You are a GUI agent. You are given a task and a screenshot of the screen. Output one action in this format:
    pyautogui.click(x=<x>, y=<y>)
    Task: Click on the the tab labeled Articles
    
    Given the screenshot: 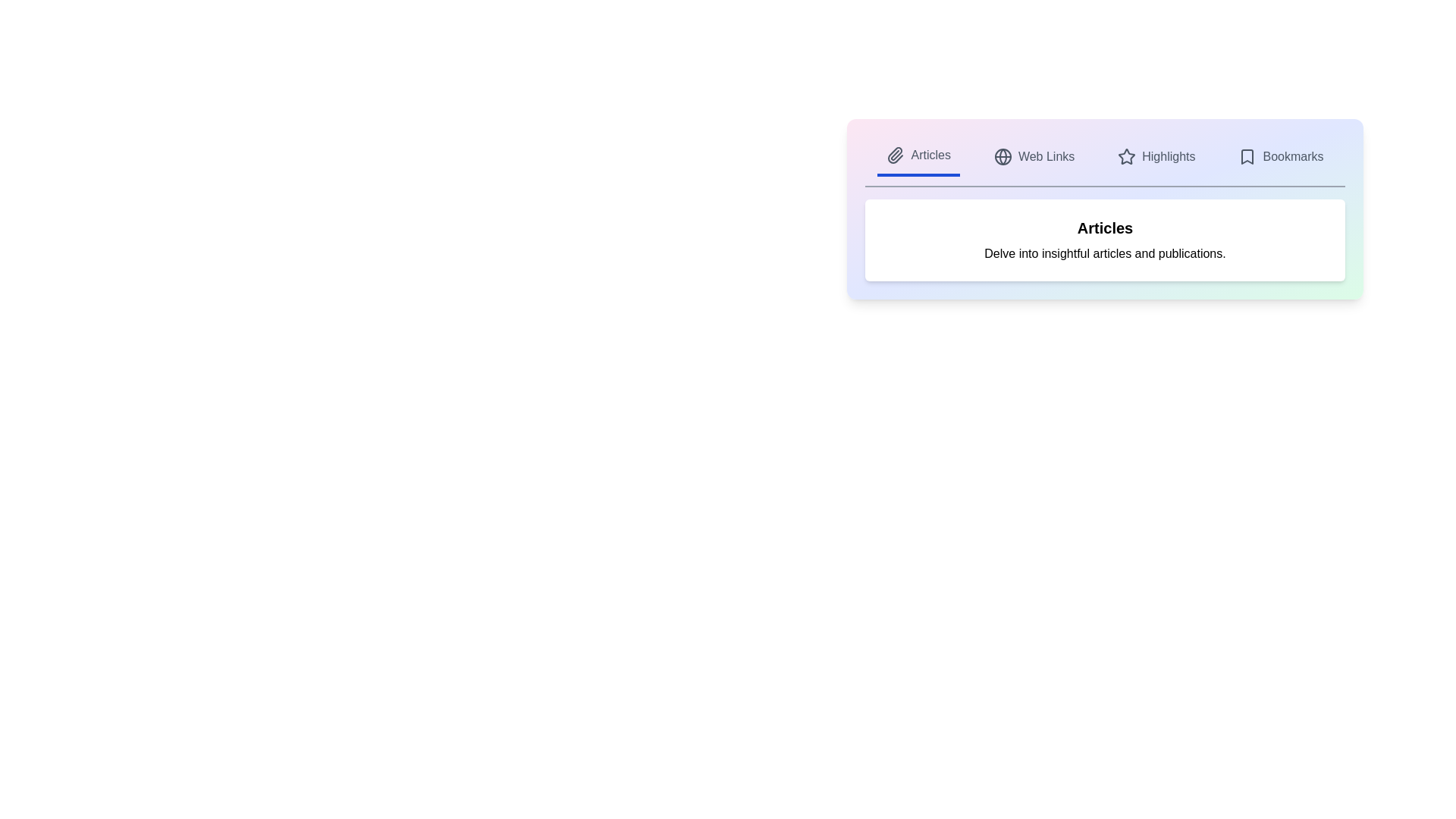 What is the action you would take?
    pyautogui.click(x=918, y=157)
    